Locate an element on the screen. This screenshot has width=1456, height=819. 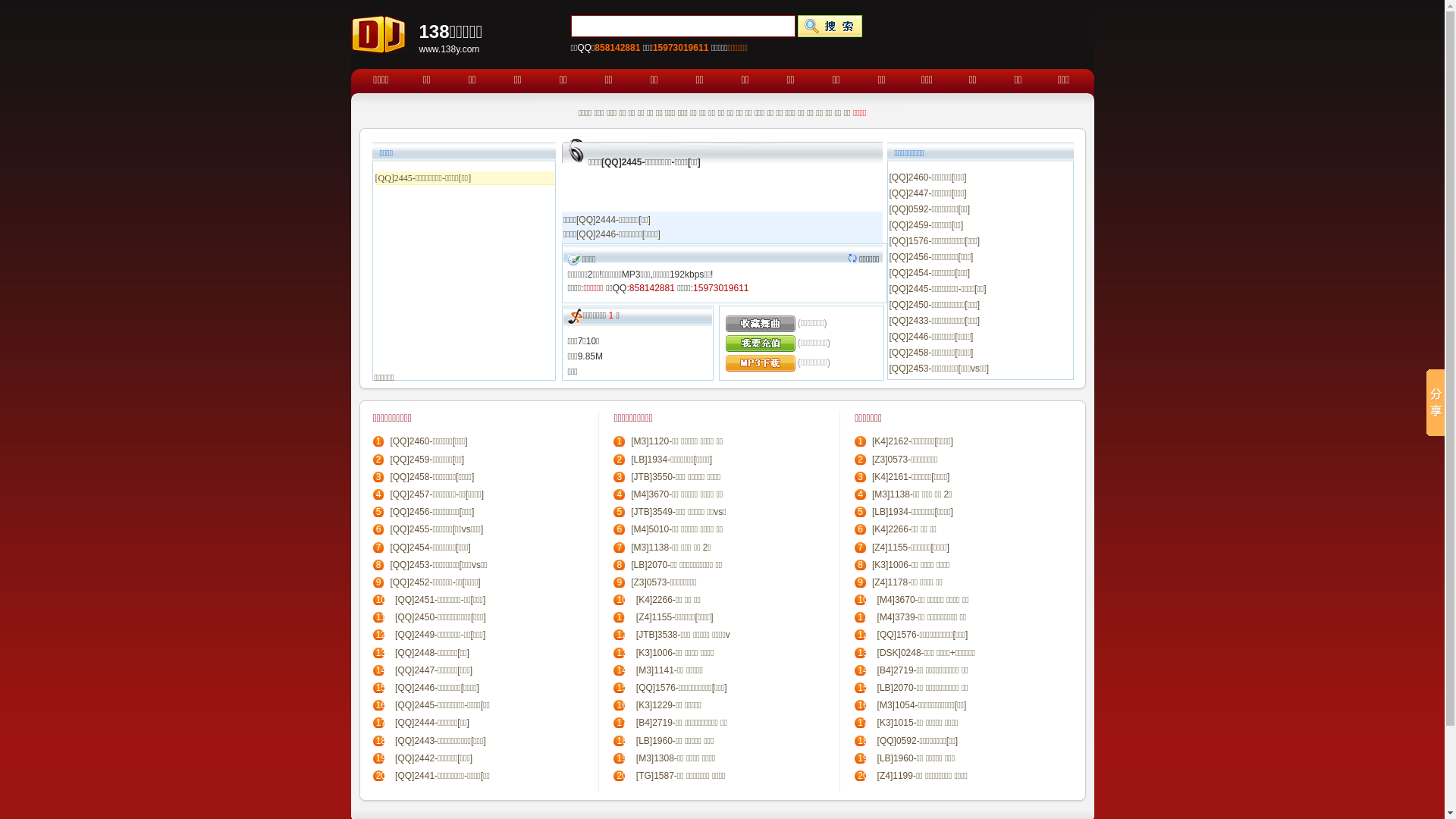
'858142881' is located at coordinates (593, 46).